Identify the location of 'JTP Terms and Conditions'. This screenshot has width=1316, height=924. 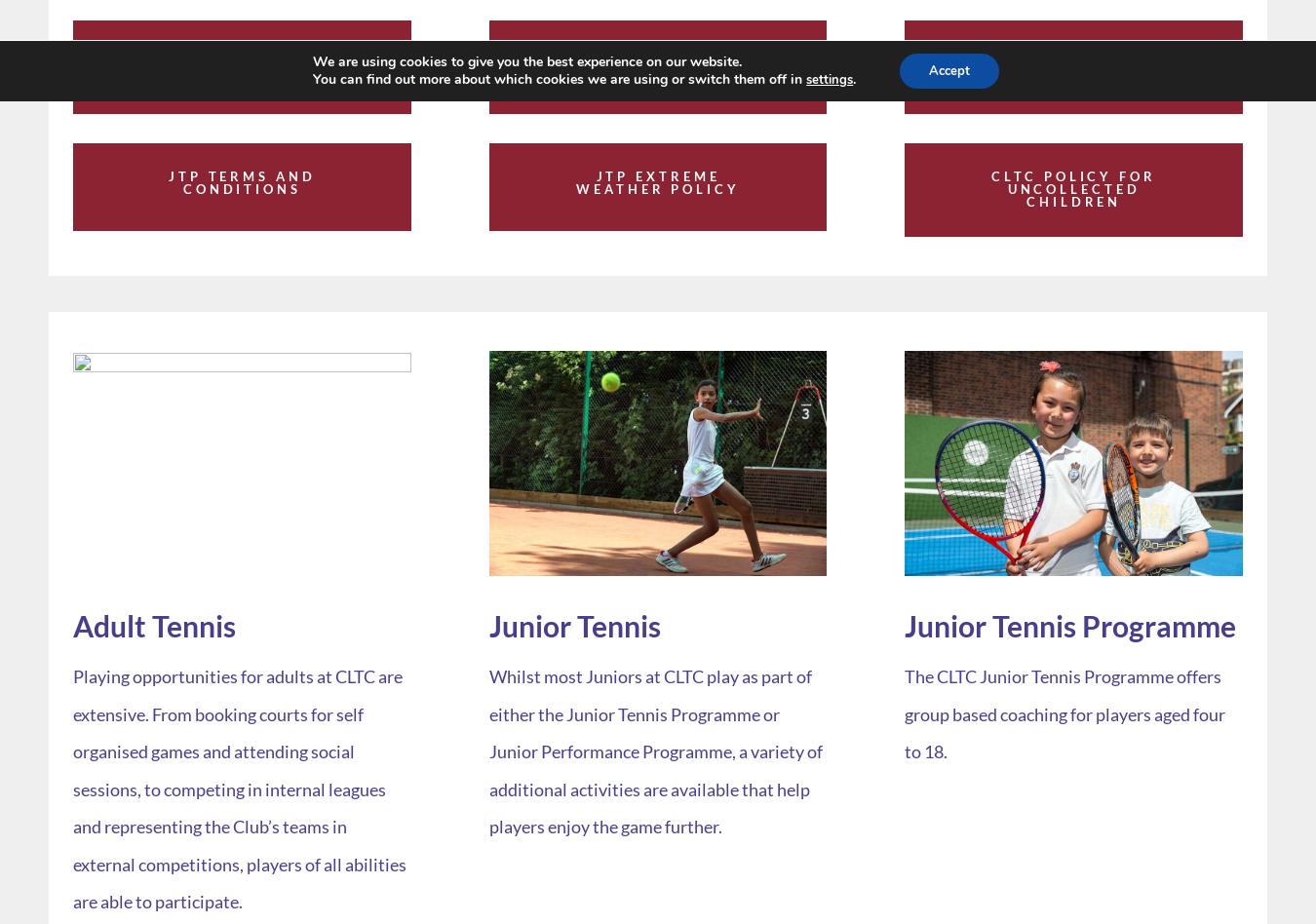
(240, 181).